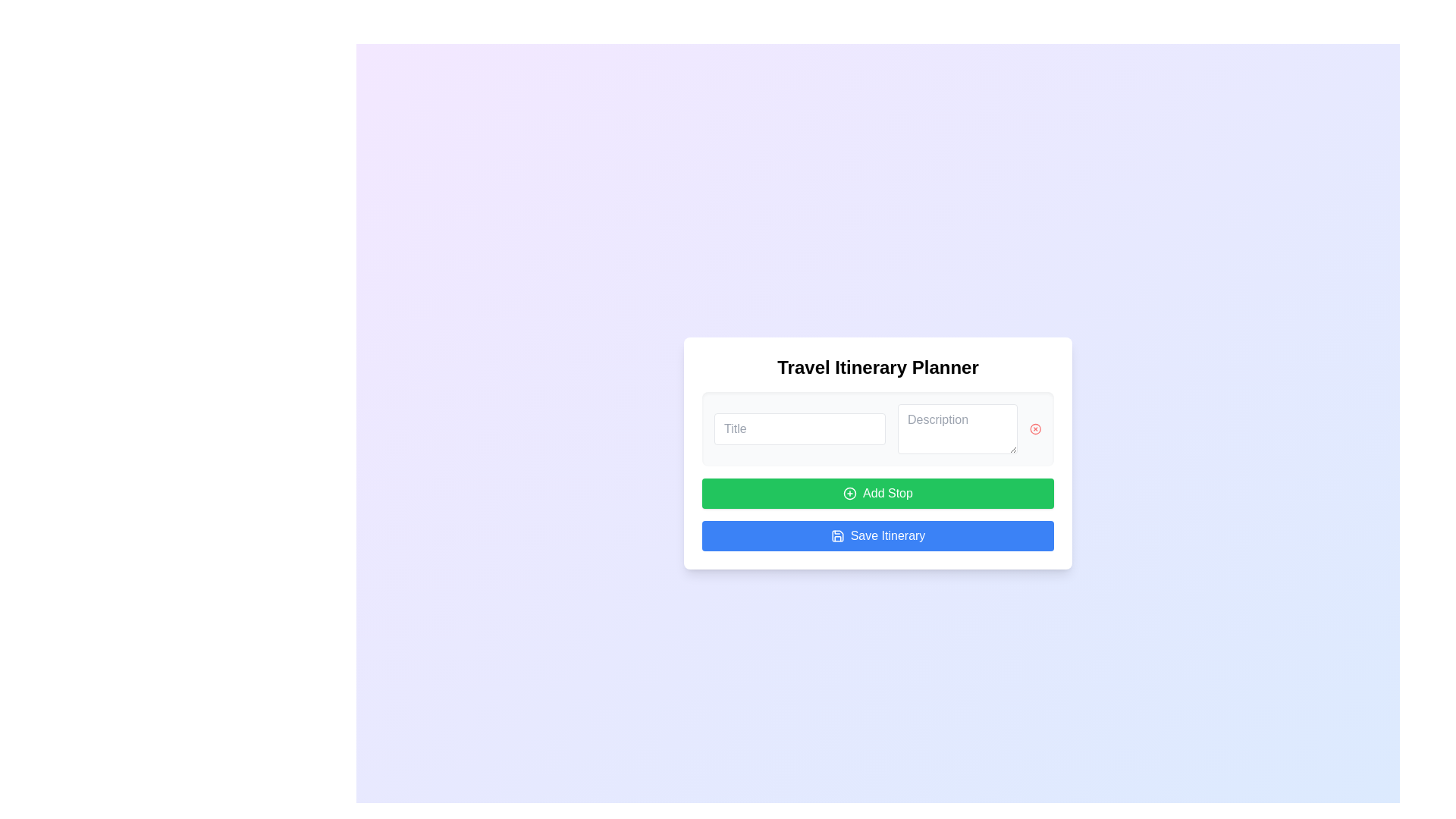 Image resolution: width=1456 pixels, height=819 pixels. Describe the element at coordinates (850, 494) in the screenshot. I see `the icon that represents the addition of a new stop feature, located inside the 'Add Stop' button below the 'Title' and 'Description' input fields` at that location.